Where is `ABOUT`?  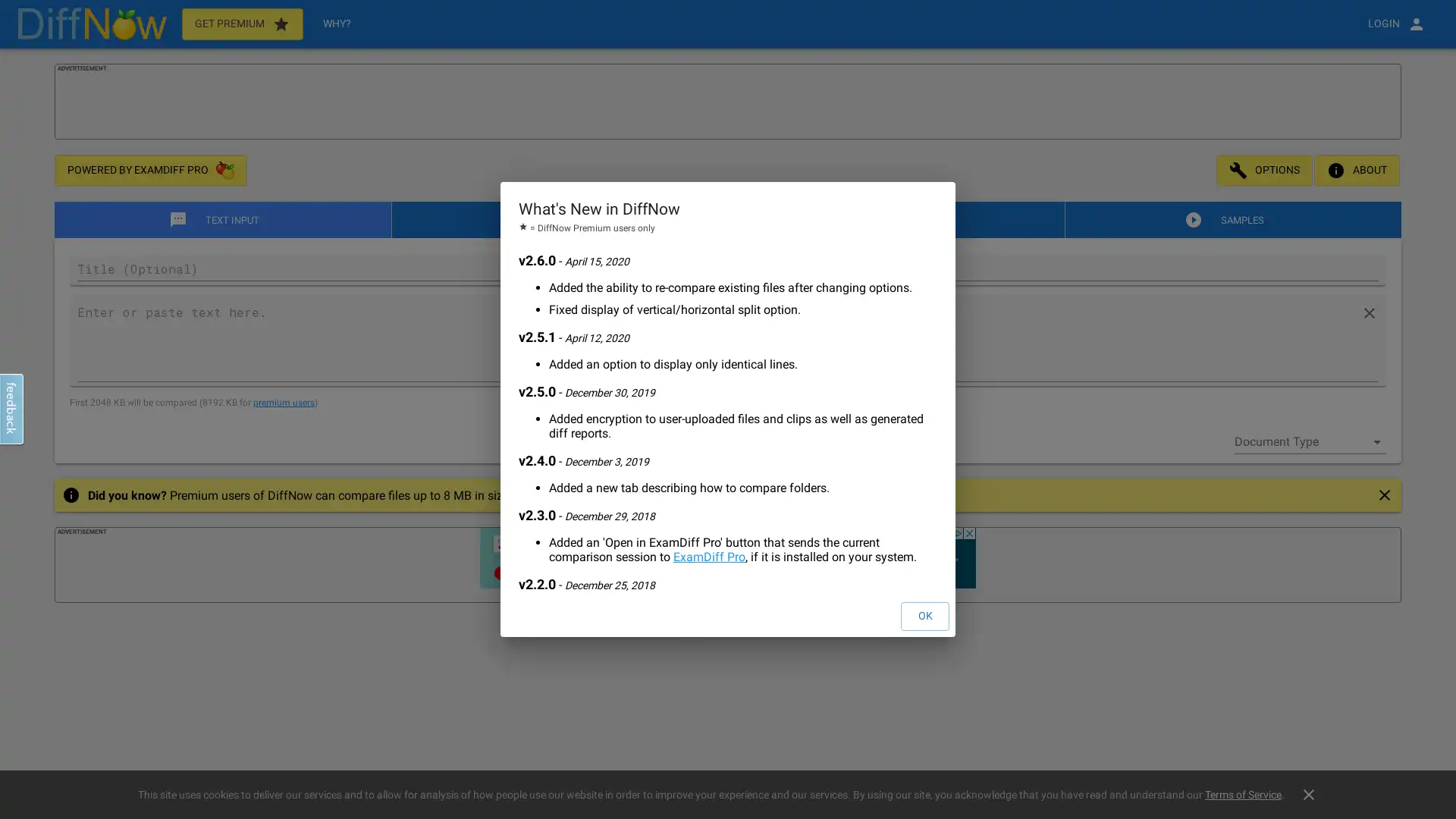
ABOUT is located at coordinates (1357, 170).